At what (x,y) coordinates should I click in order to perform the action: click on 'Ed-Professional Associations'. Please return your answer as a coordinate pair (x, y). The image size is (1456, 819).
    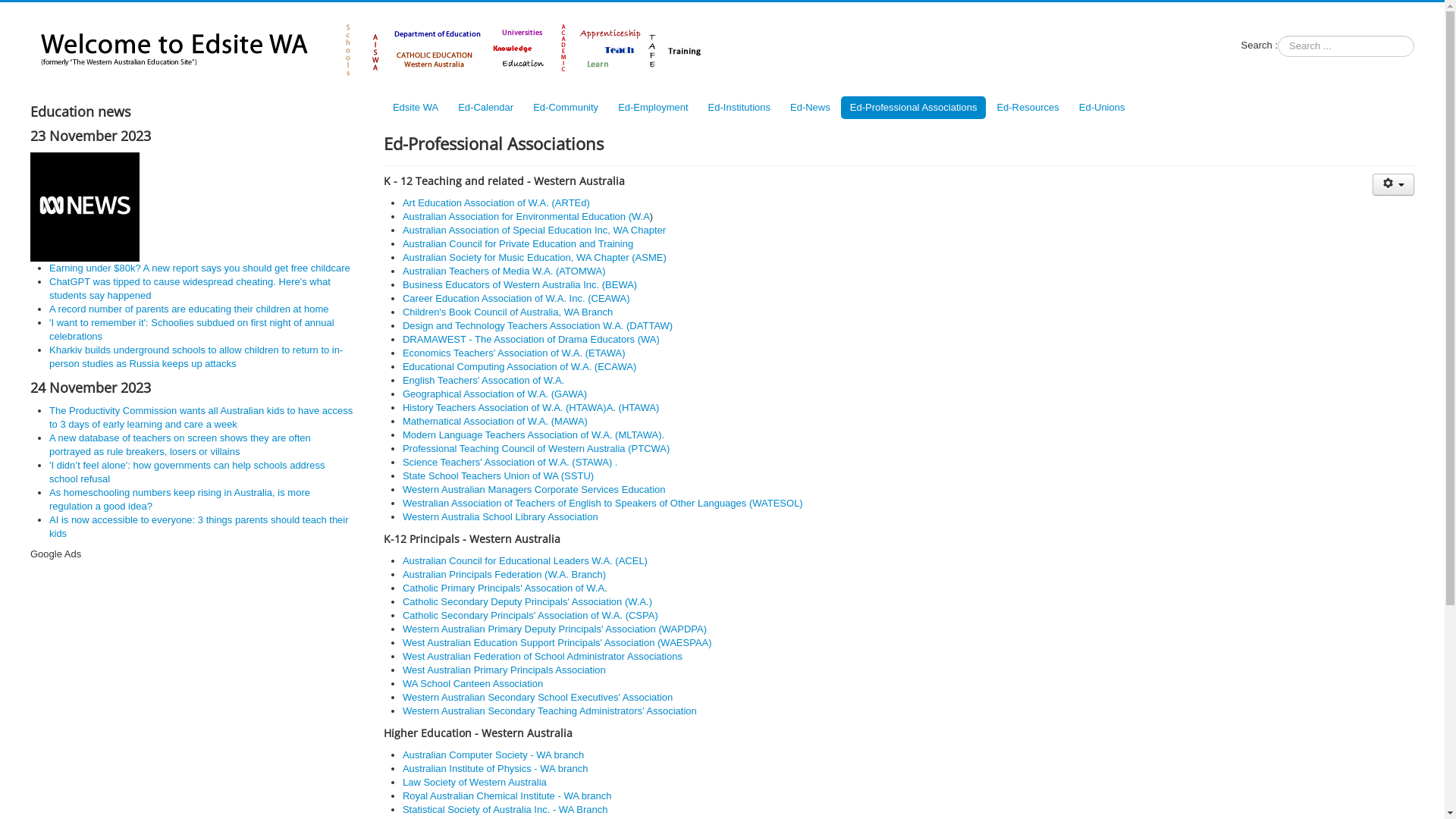
    Looking at the image, I should click on (912, 107).